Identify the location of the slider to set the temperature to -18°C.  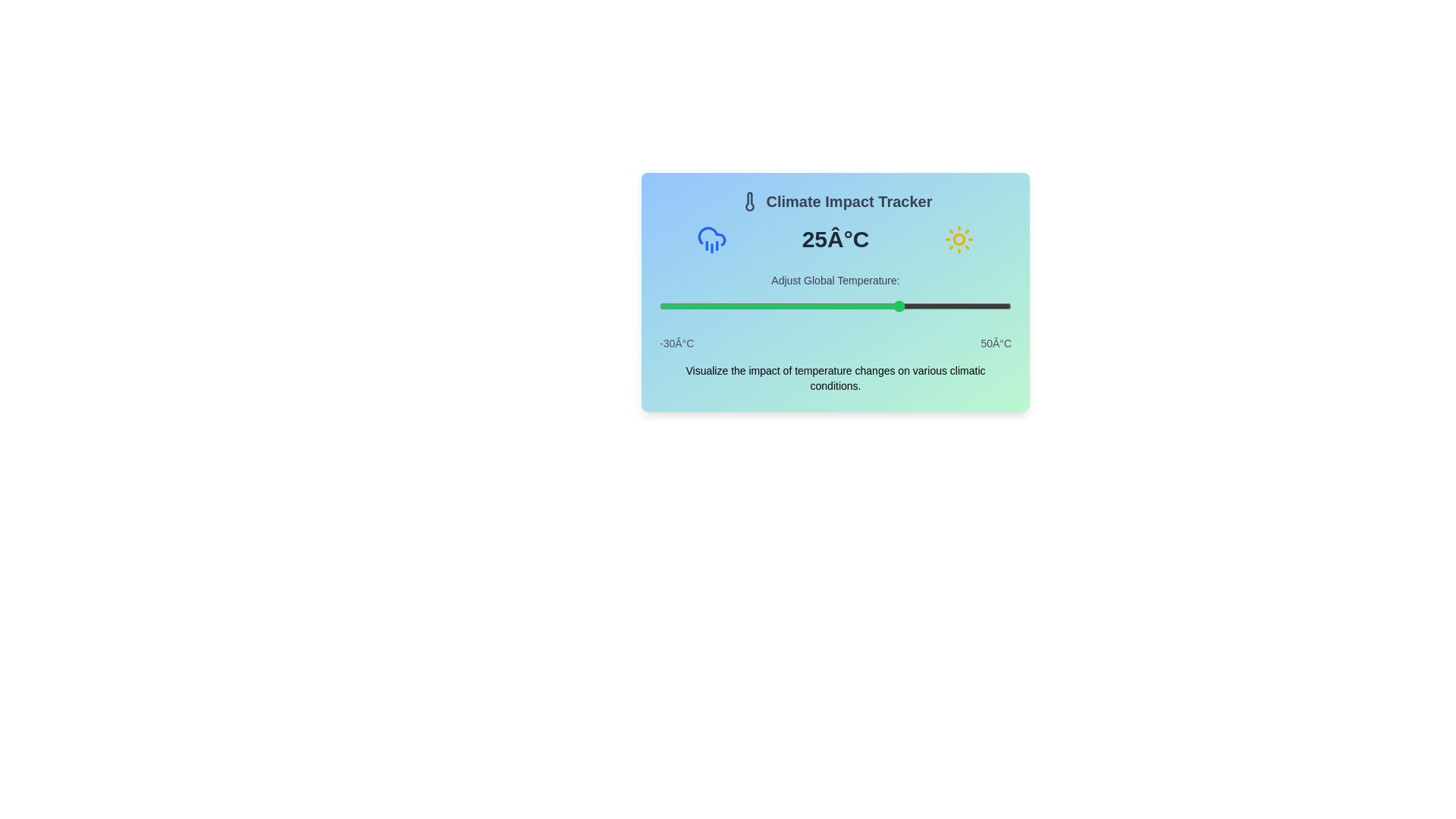
(711, 306).